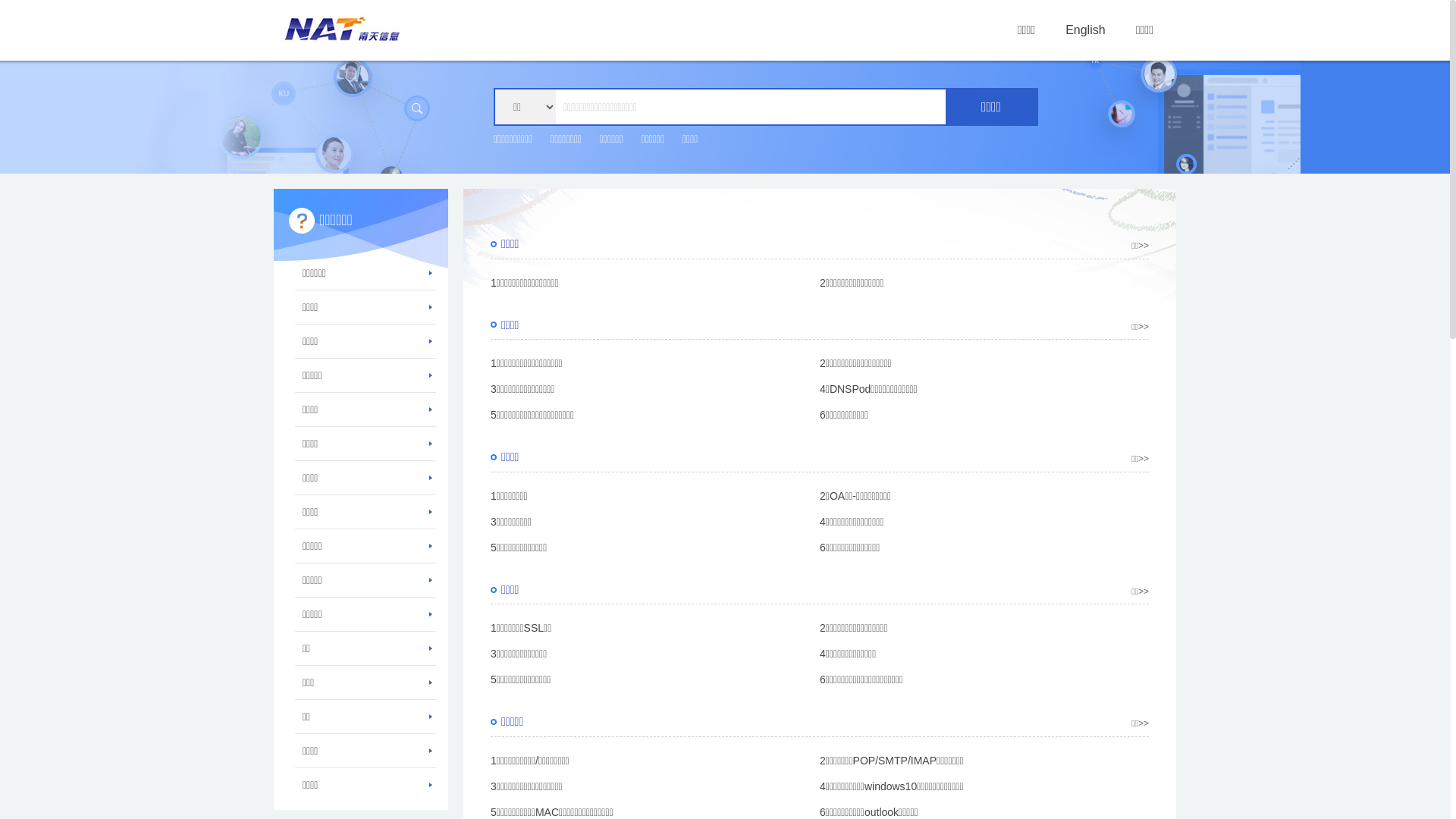 Image resolution: width=1456 pixels, height=819 pixels. What do you see at coordinates (341, 28) in the screenshot?
I see `'LANG_LOGIN_LOGO_TITLE'` at bounding box center [341, 28].